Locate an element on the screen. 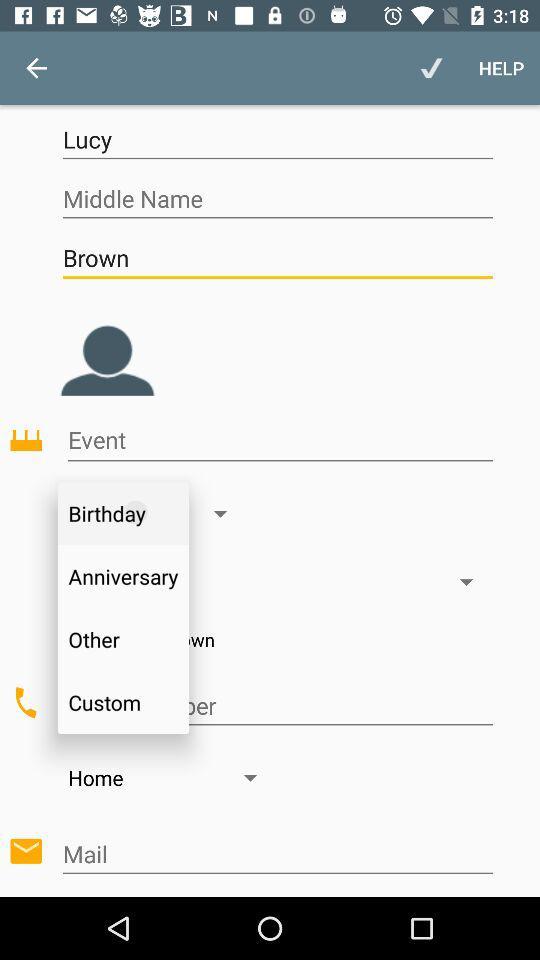 This screenshot has height=960, width=540. event name is located at coordinates (279, 440).